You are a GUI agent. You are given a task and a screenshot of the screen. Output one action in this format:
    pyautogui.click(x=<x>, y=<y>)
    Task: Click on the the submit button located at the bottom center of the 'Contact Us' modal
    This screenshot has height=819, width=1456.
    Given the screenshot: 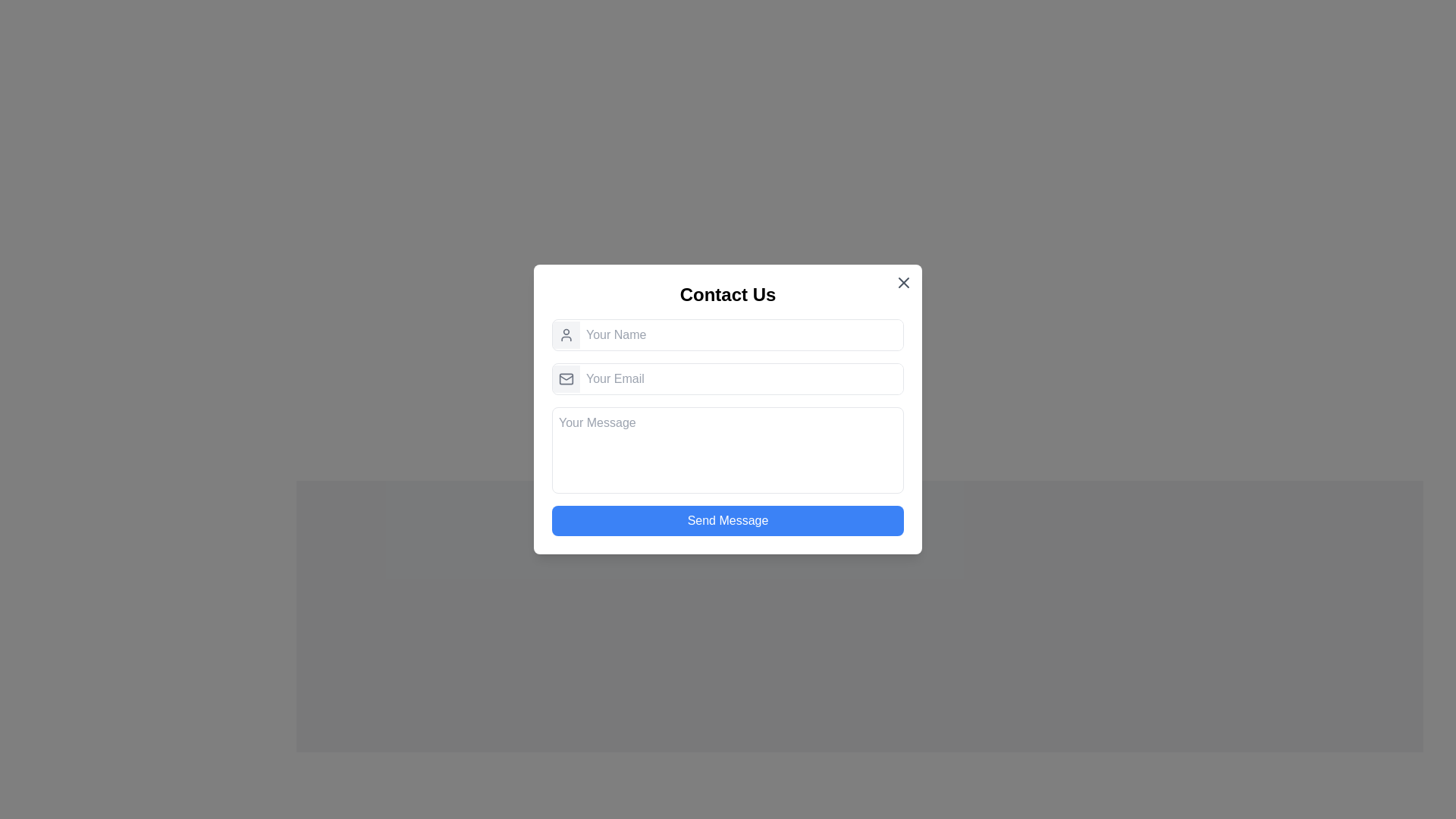 What is the action you would take?
    pyautogui.click(x=728, y=519)
    